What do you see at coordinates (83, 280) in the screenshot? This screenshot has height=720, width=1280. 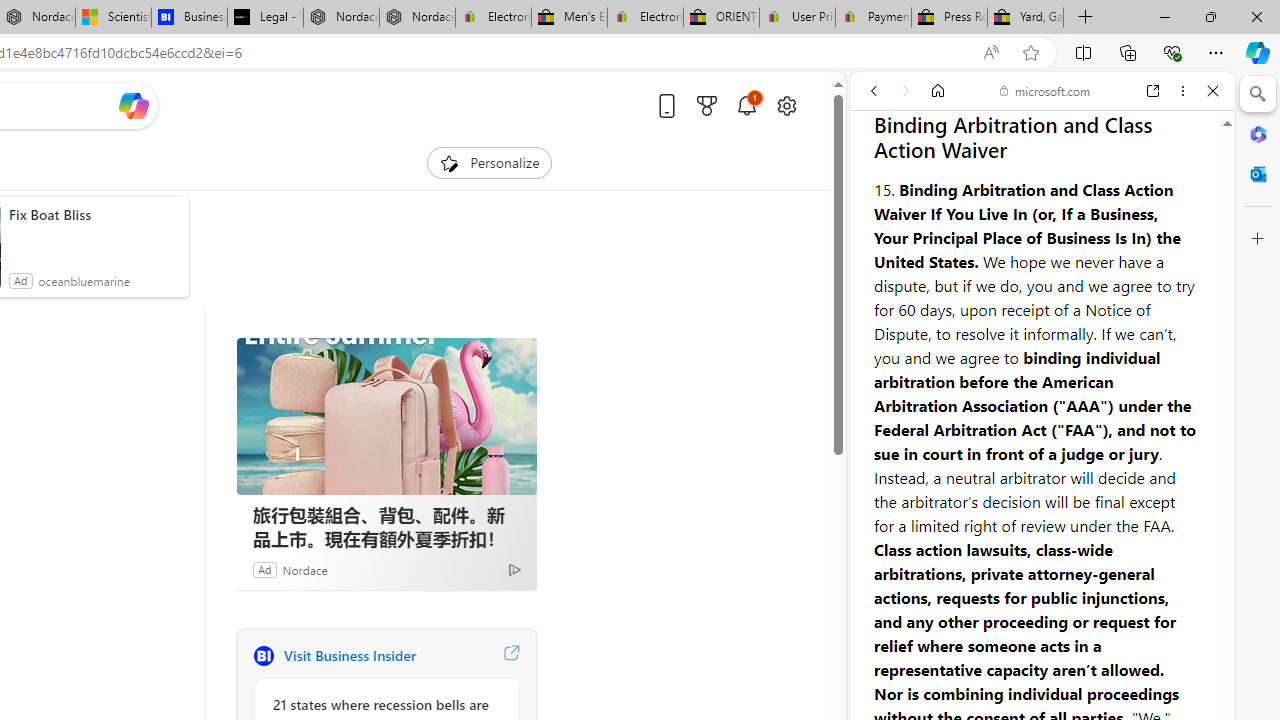 I see `'oceanbluemarine'` at bounding box center [83, 280].